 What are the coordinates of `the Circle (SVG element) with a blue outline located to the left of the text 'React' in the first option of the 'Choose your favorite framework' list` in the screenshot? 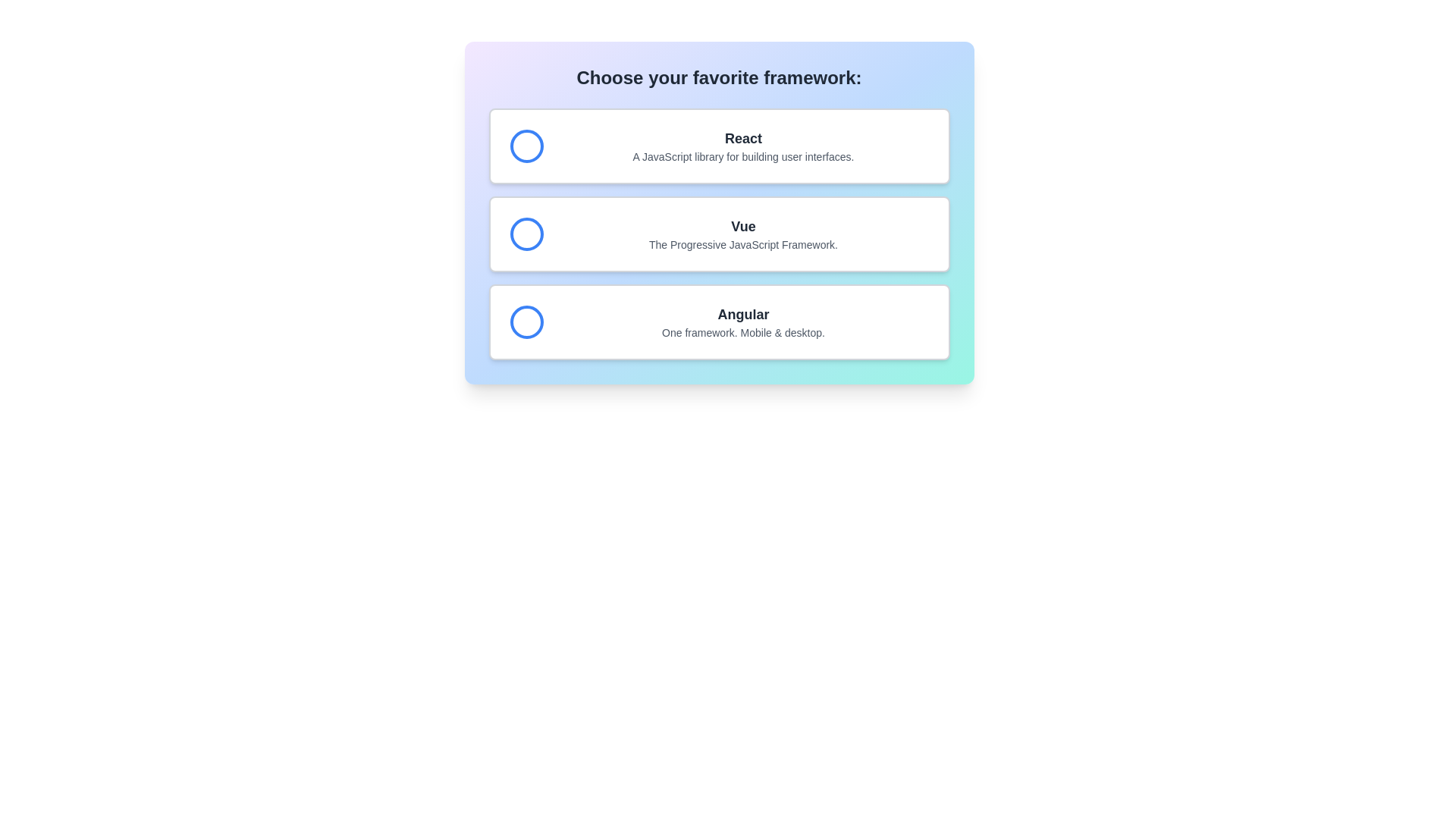 It's located at (526, 146).